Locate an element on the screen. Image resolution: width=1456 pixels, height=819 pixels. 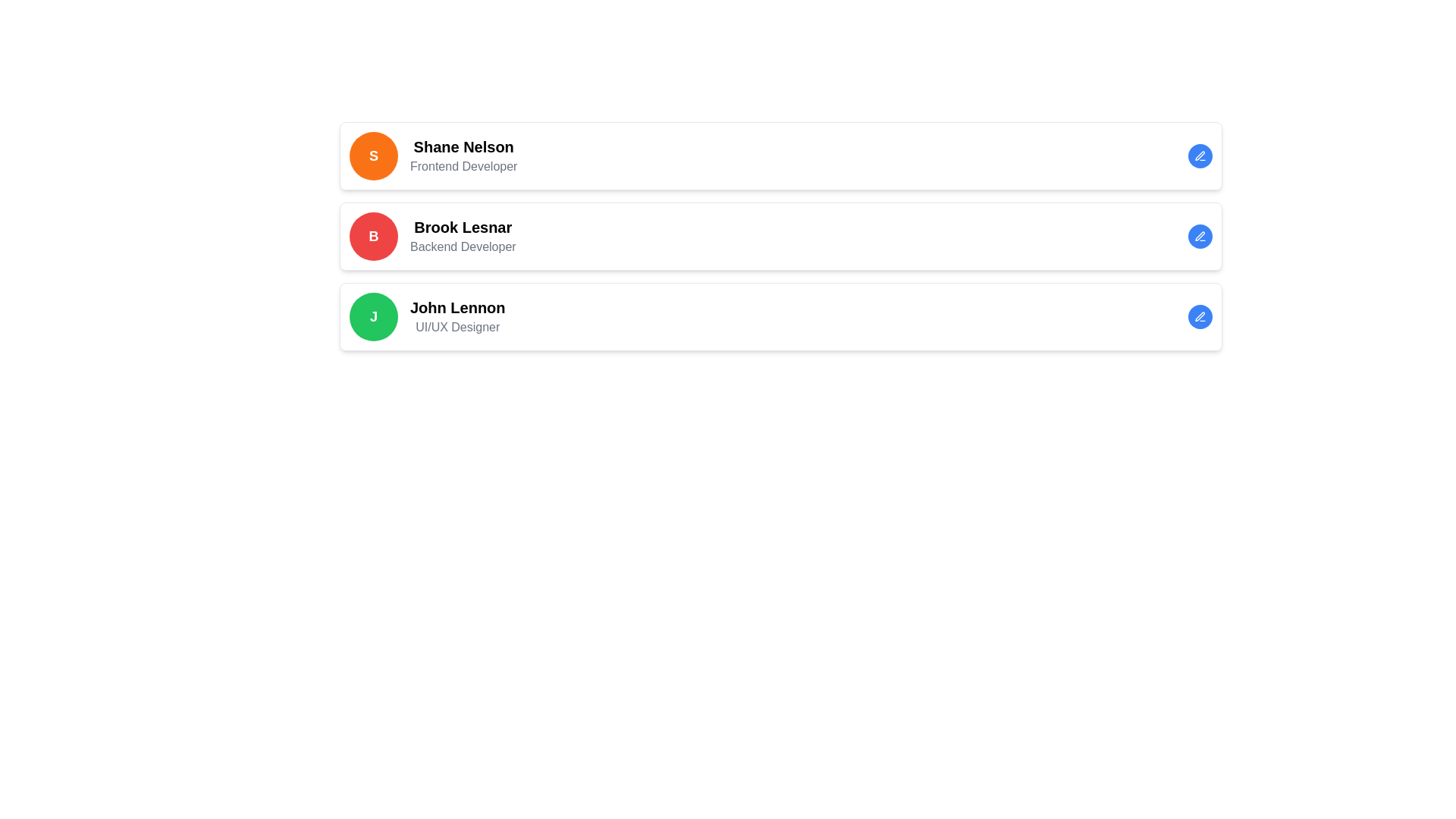
text label displaying the name 'Shane Nelson', which is positioned at the top of the card beside an orange circular avatar is located at coordinates (463, 146).